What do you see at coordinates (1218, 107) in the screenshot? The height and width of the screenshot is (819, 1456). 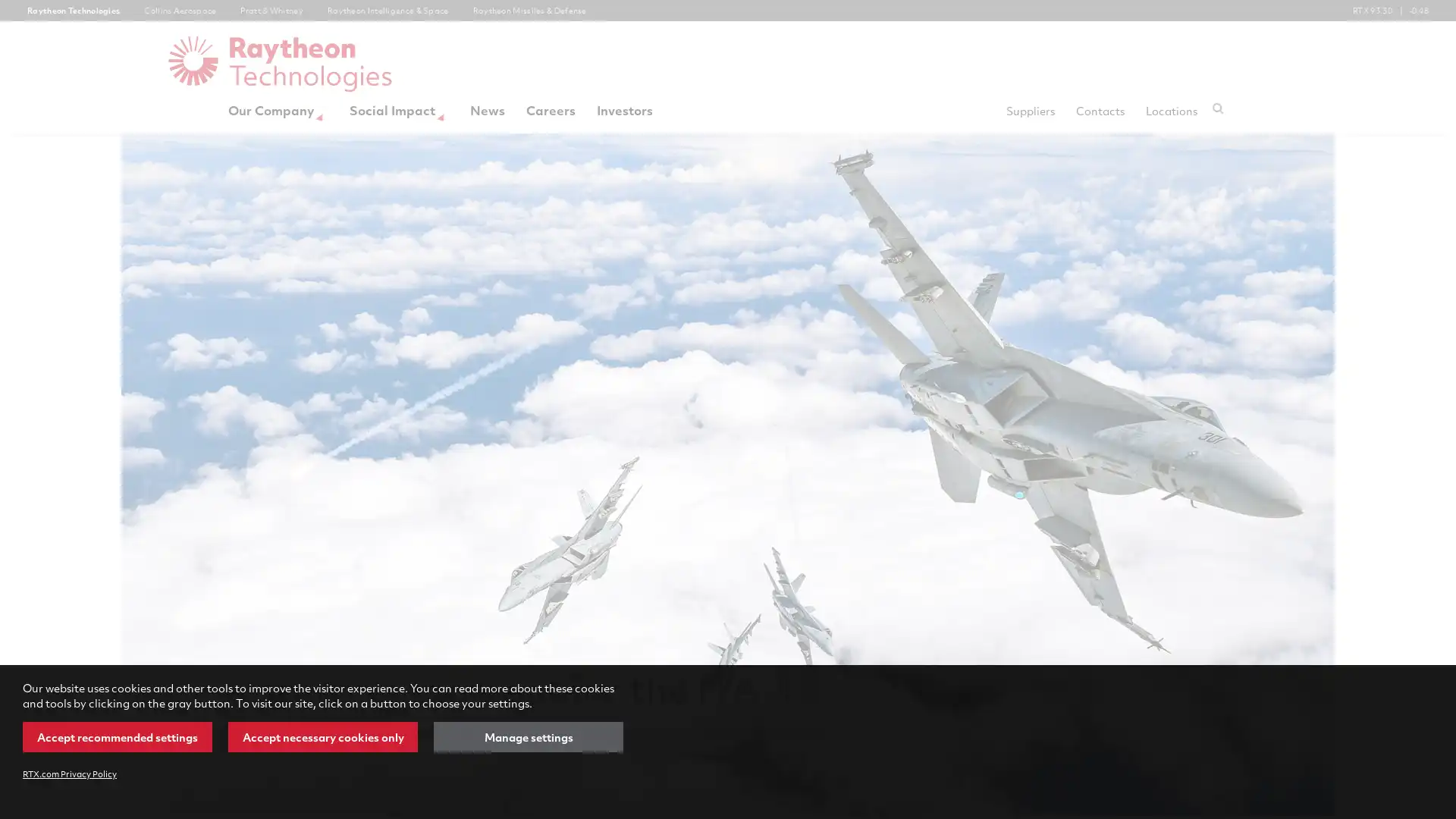 I see `Submit search request` at bounding box center [1218, 107].